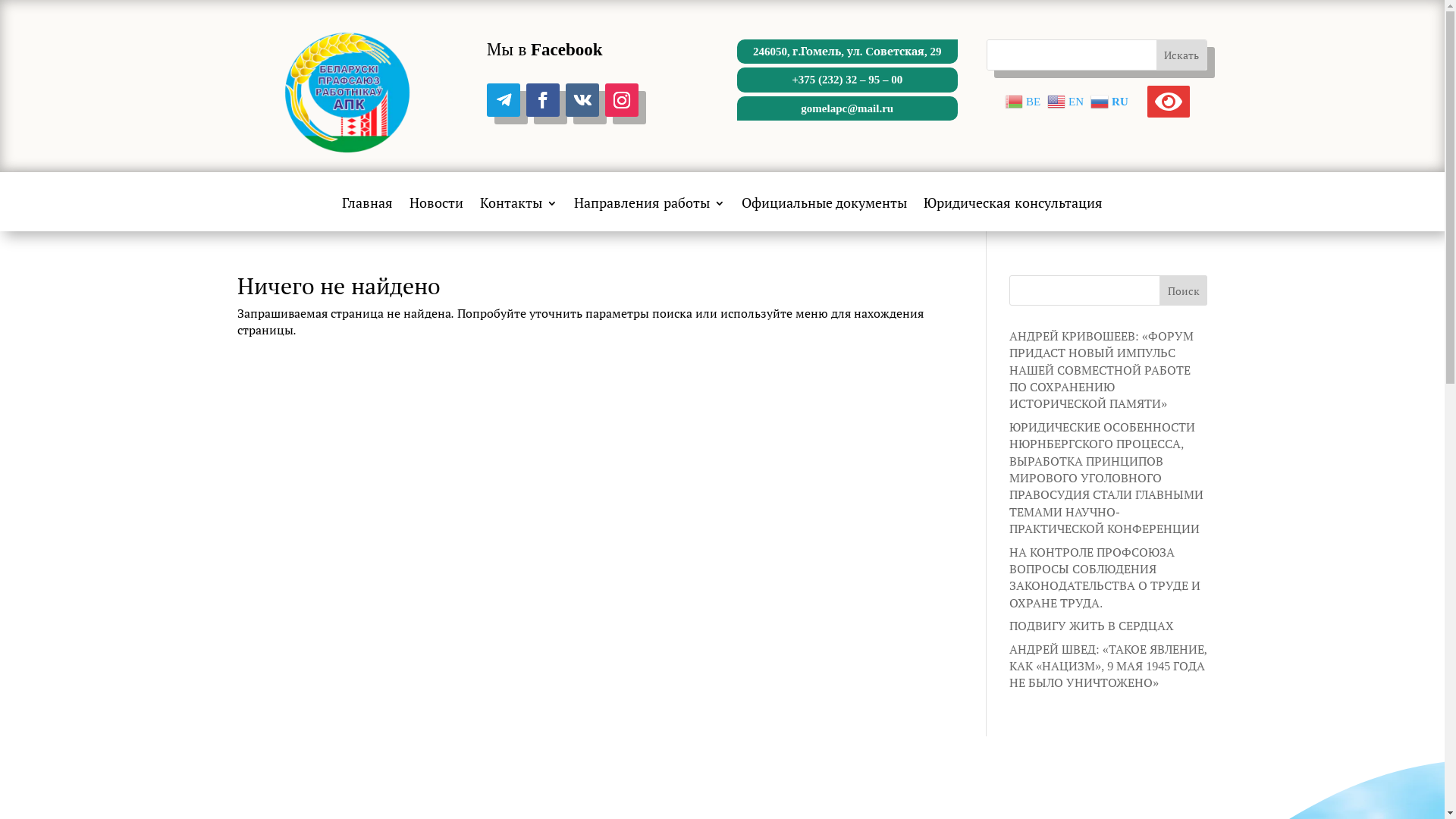  Describe the element at coordinates (1024, 100) in the screenshot. I see `'BE'` at that location.